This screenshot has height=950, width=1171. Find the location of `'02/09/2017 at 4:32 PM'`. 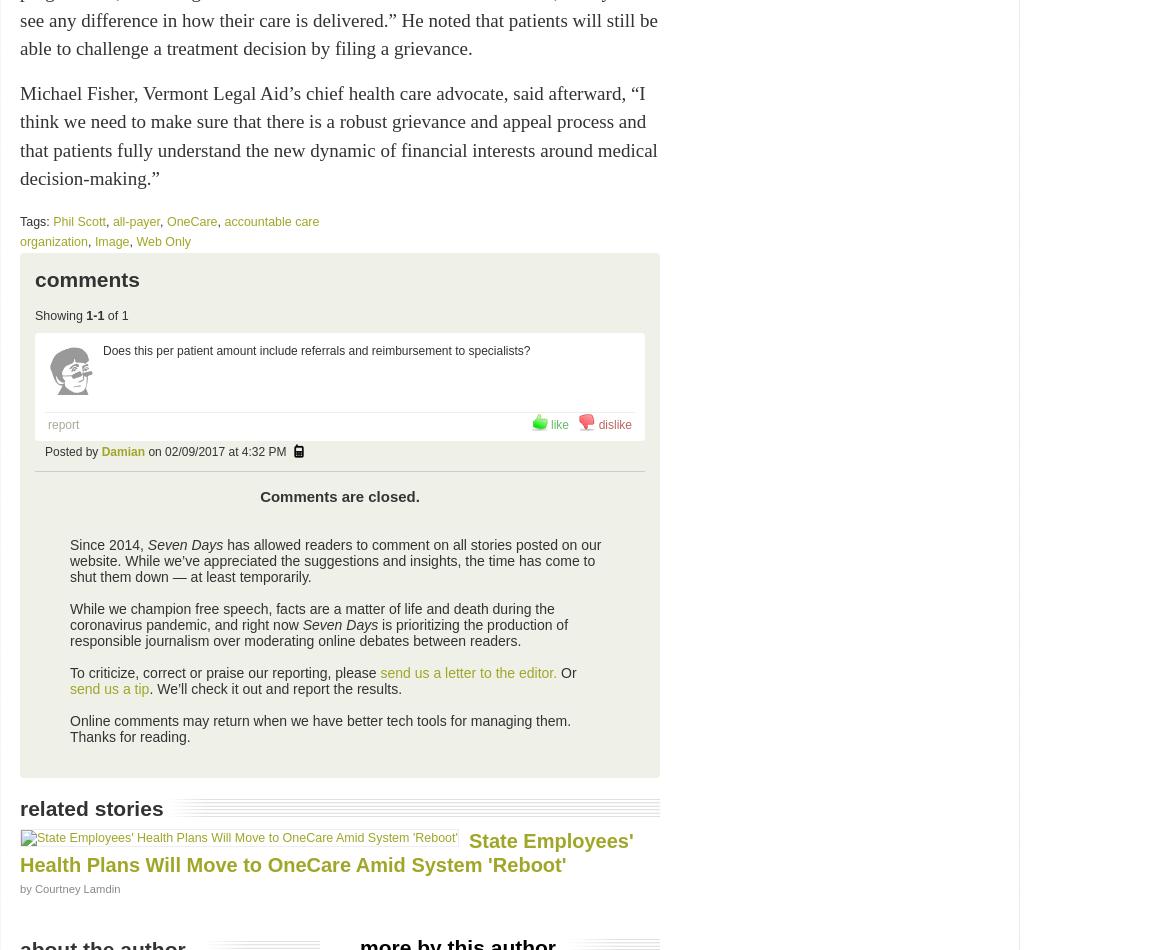

'02/09/2017 at 4:32 PM' is located at coordinates (224, 449).